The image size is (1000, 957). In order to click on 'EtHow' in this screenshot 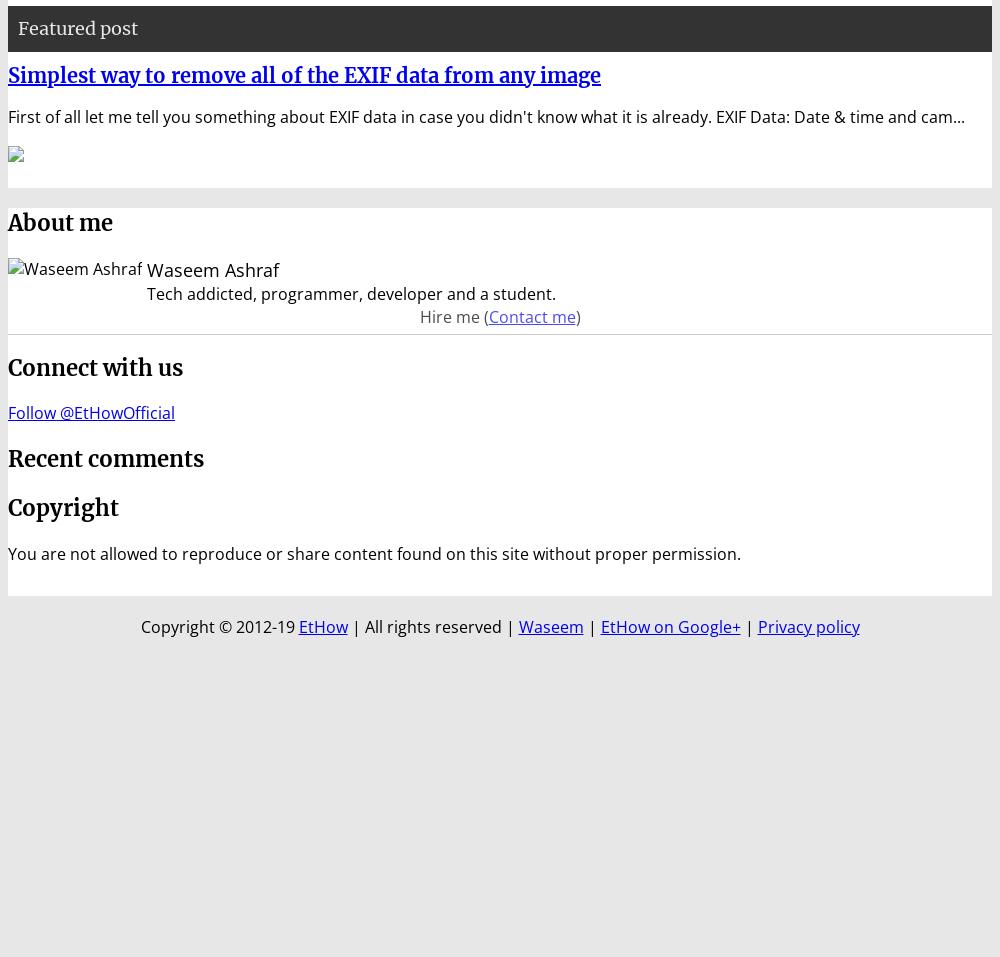, I will do `click(298, 624)`.